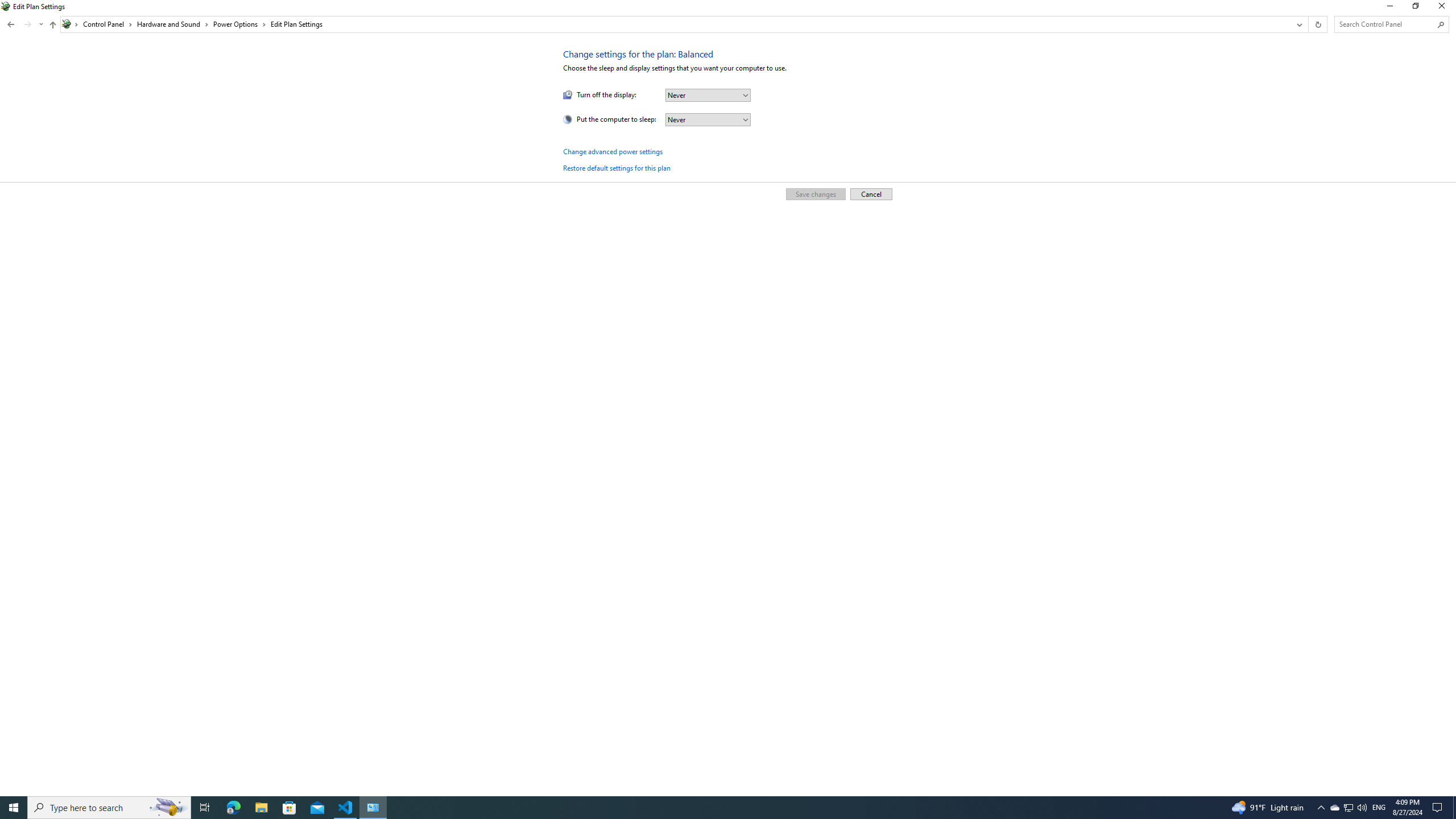 The height and width of the screenshot is (819, 1456). What do you see at coordinates (295, 24) in the screenshot?
I see `'Edit Plan Settings'` at bounding box center [295, 24].